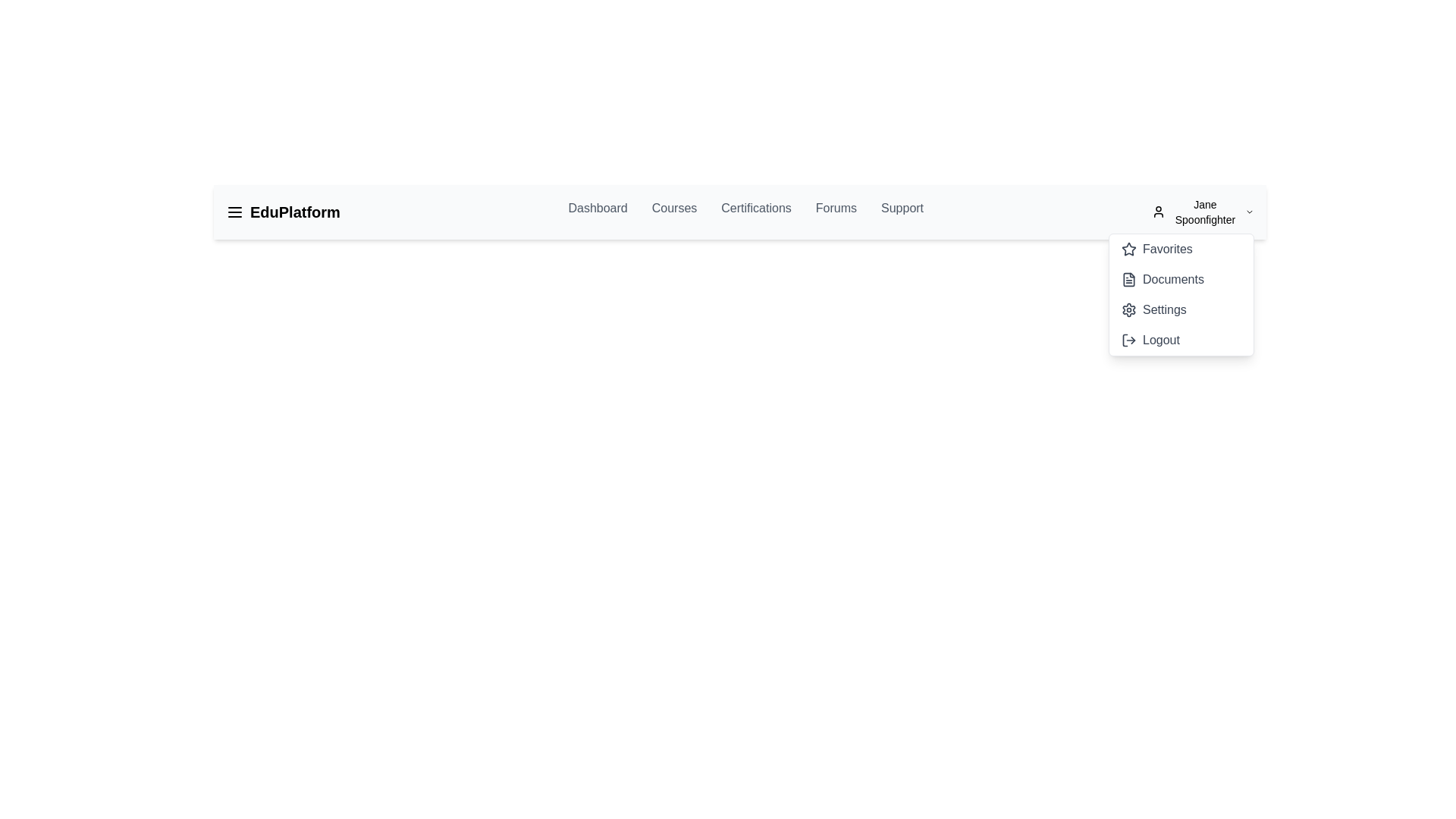 The height and width of the screenshot is (819, 1456). I want to click on the 'Favorites' menu item, which is the first item in the vertical menu popup below the profile section, indicated by a star icon and gray text, so click(1156, 248).